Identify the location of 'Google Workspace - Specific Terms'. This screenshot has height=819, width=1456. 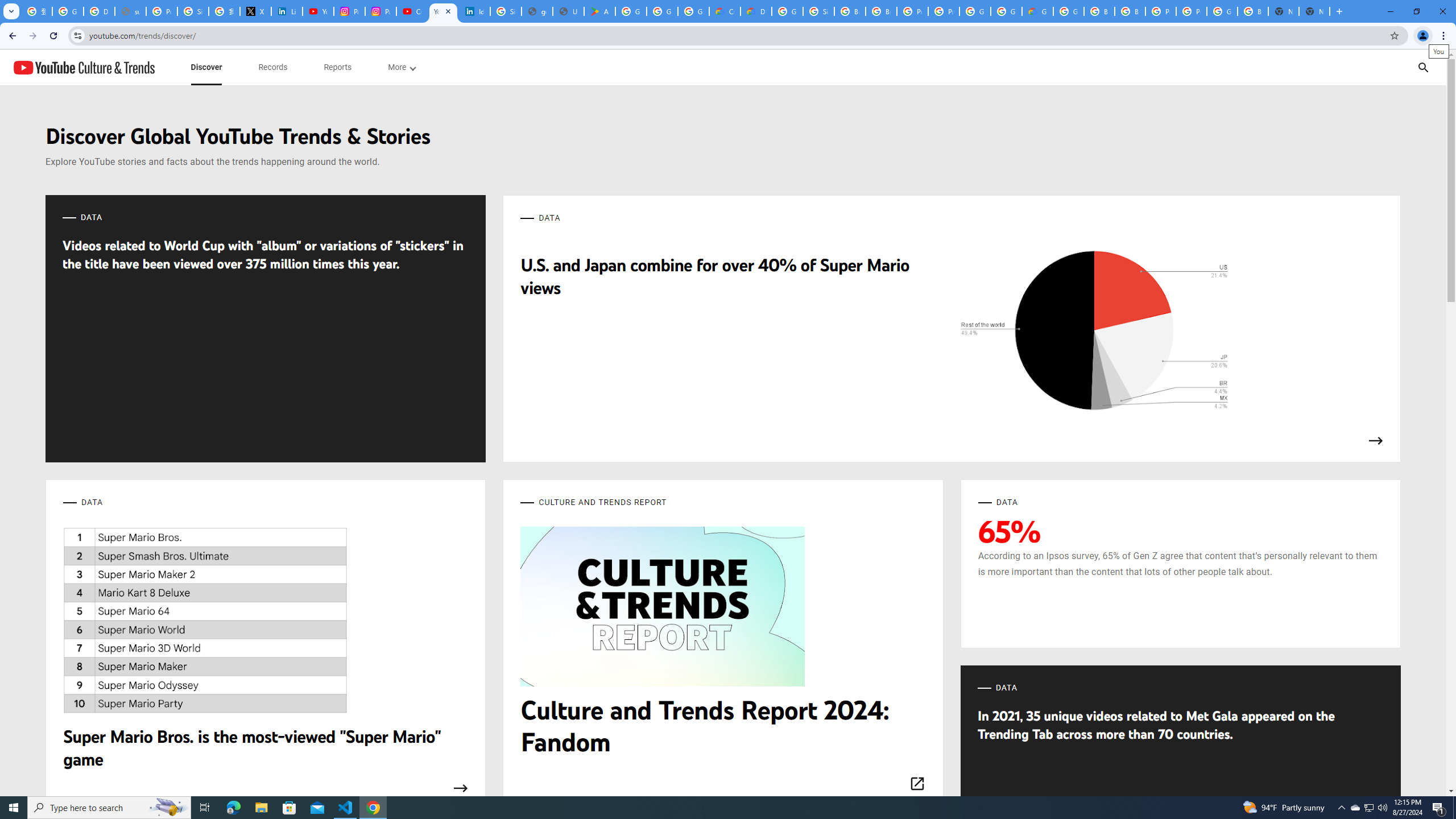
(661, 11).